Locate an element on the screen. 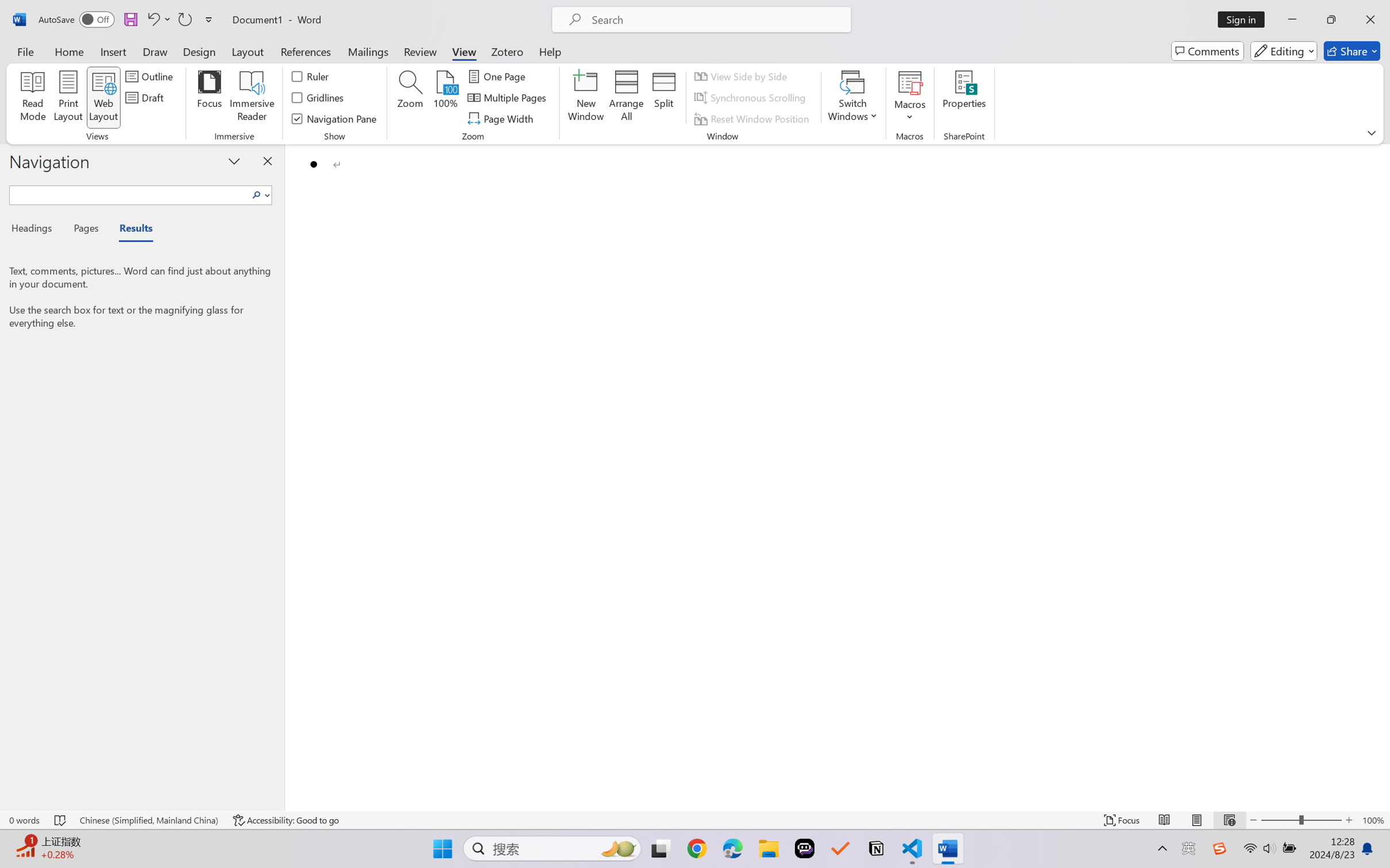  'View Macros' is located at coordinates (909, 82).